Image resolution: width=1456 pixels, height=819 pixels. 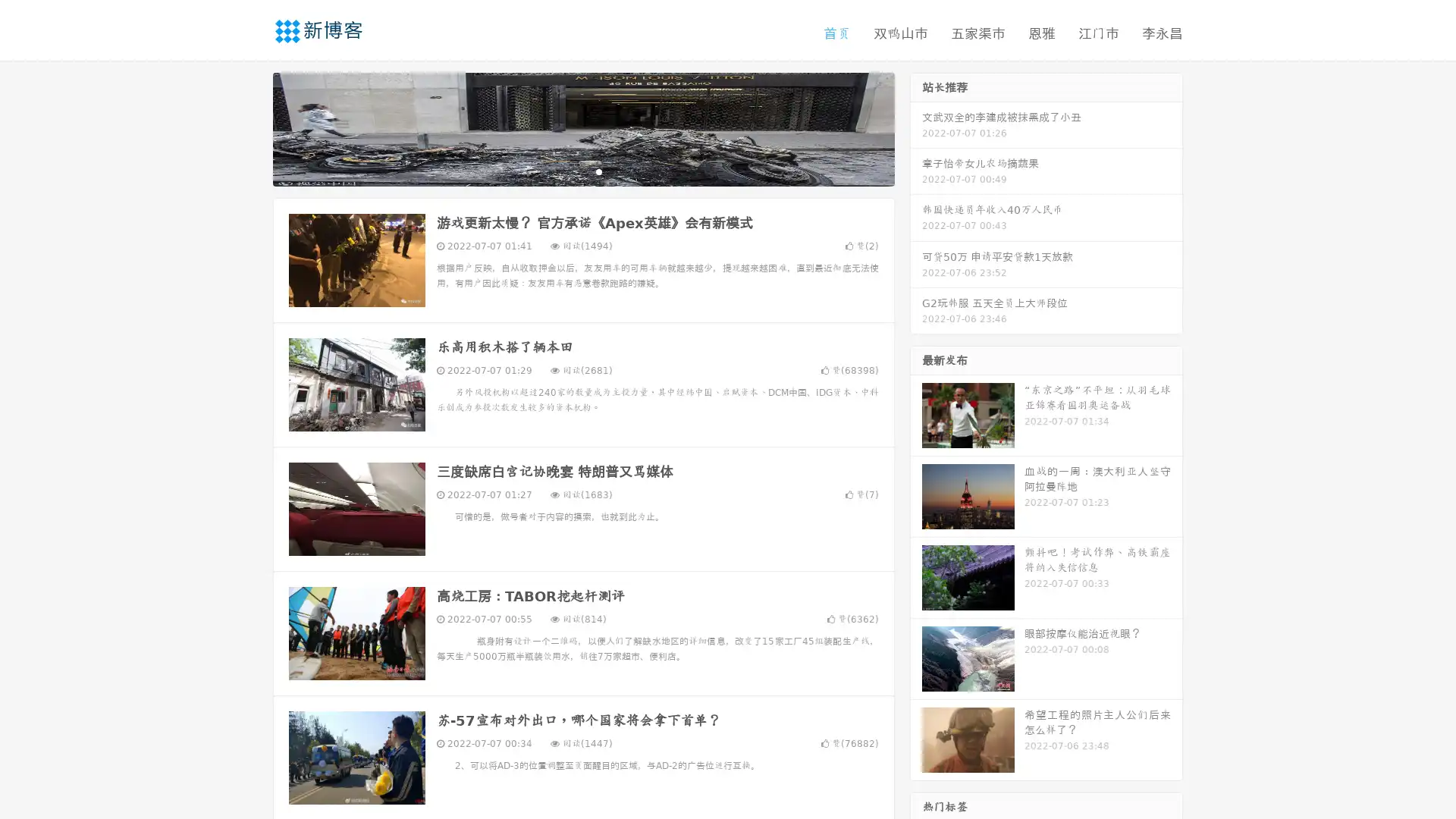 I want to click on Go to slide 1, so click(x=567, y=171).